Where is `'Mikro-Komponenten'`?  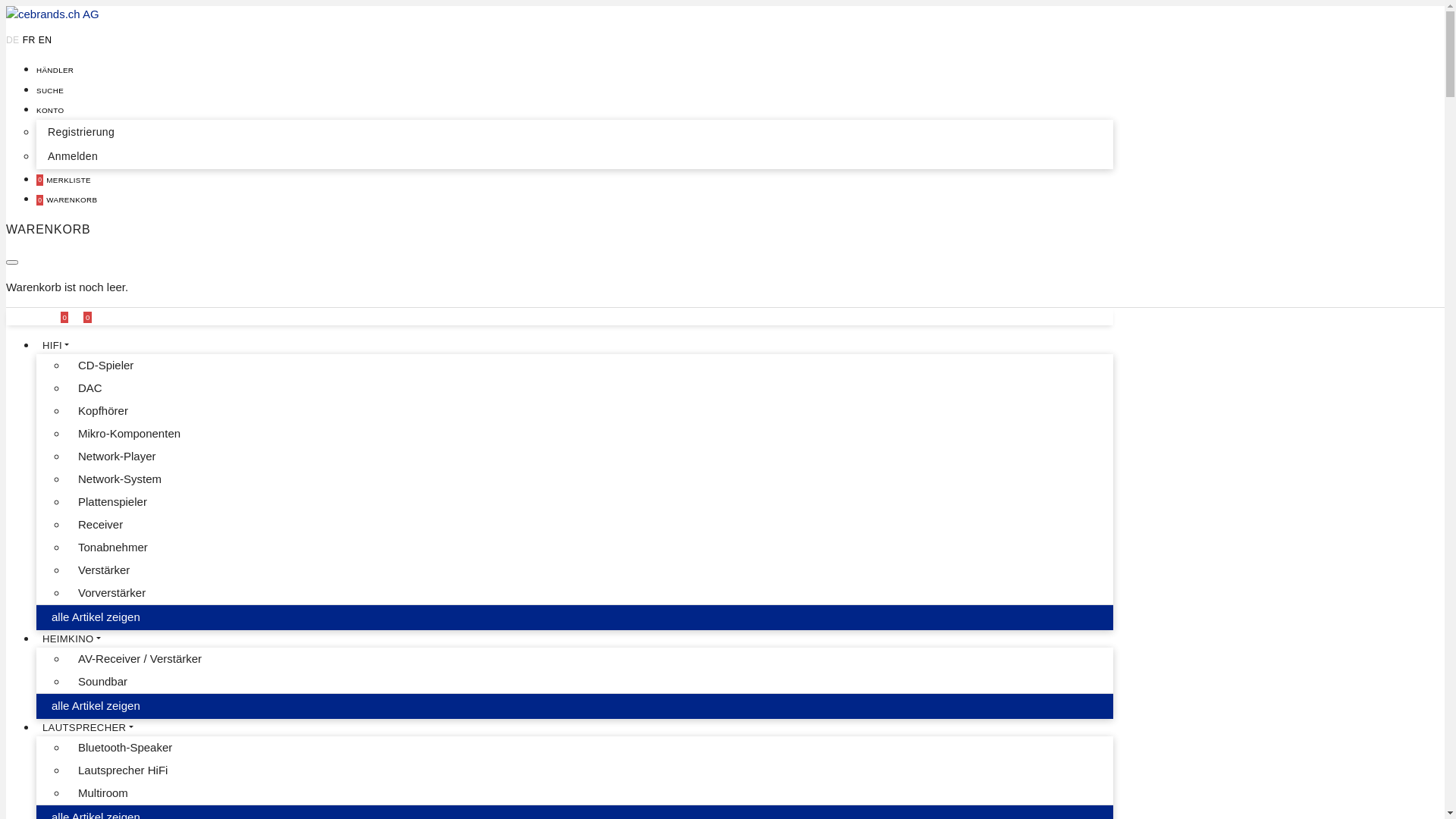
'Mikro-Komponenten' is located at coordinates (153, 433).